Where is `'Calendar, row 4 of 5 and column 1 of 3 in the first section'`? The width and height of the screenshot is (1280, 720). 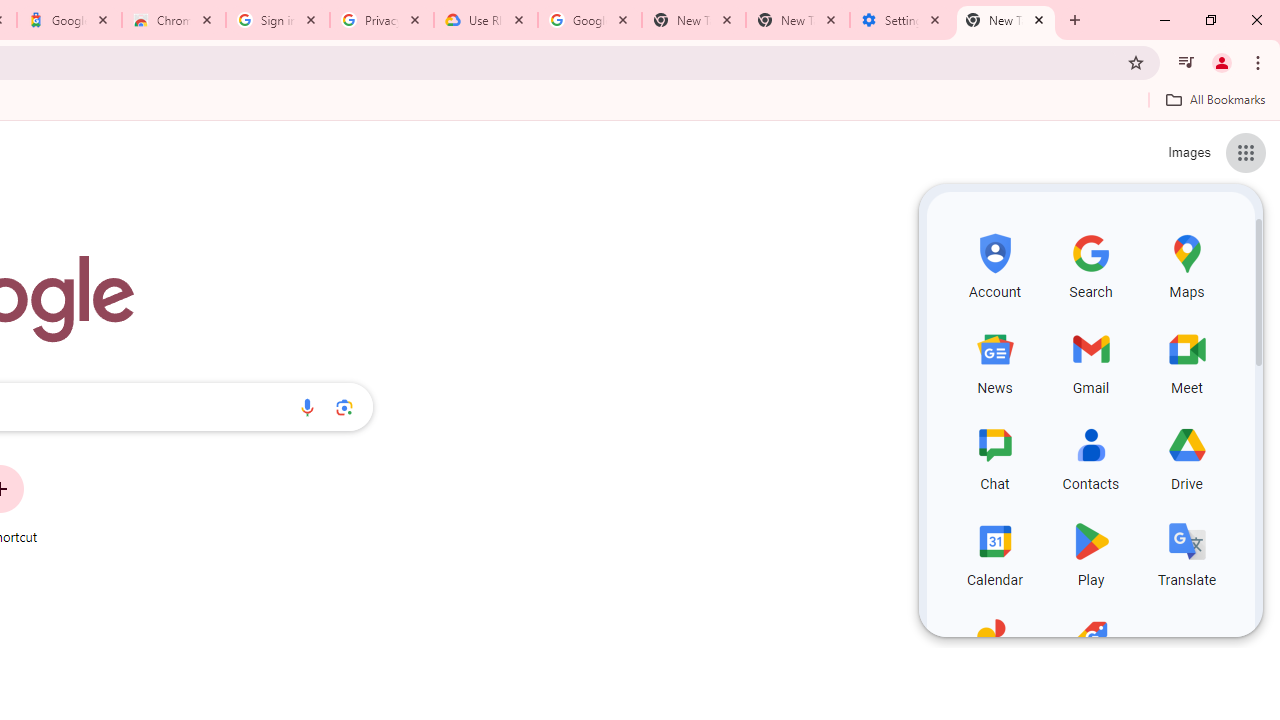 'Calendar, row 4 of 5 and column 1 of 3 in the first section' is located at coordinates (995, 551).